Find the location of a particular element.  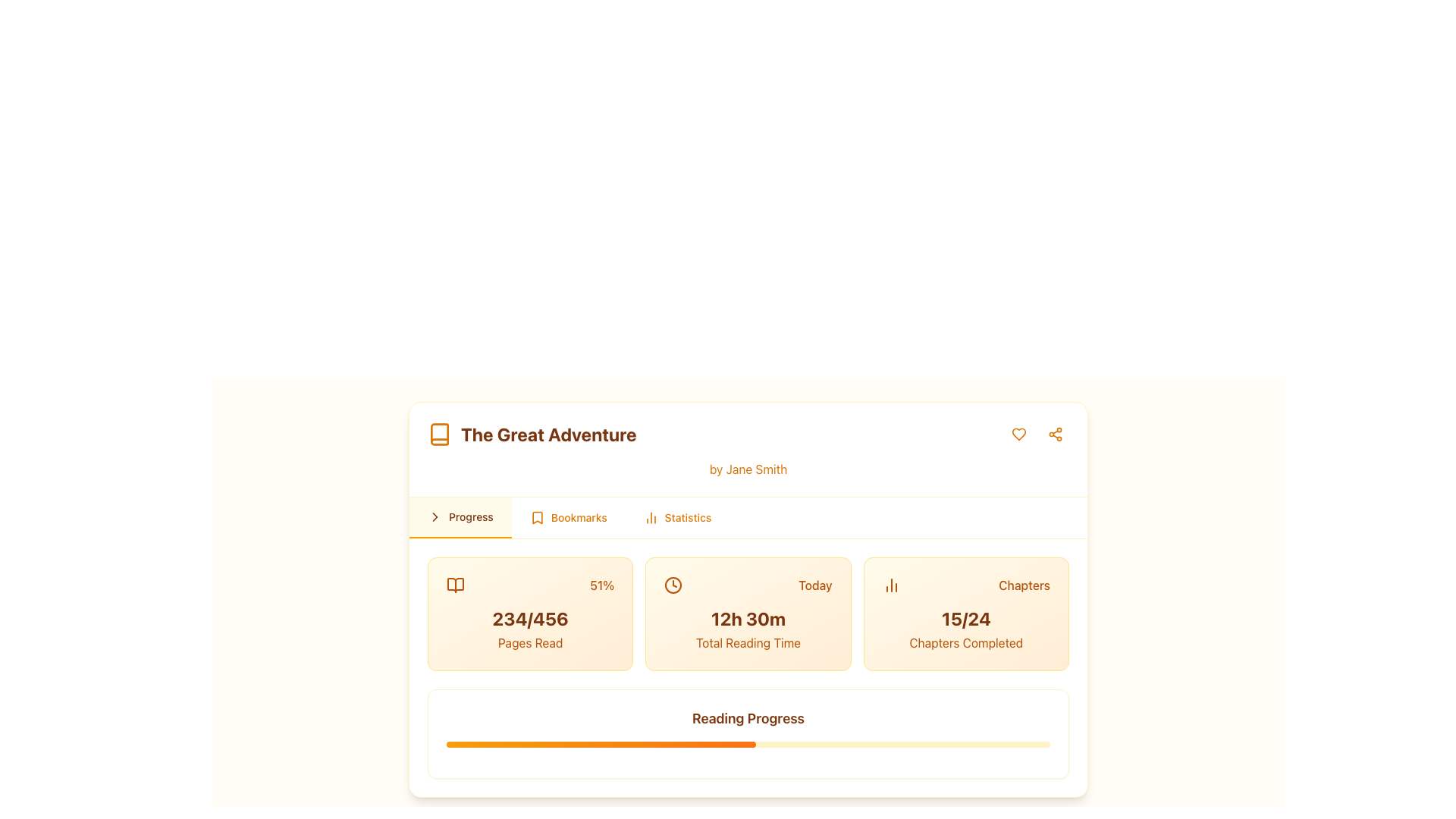

the small right-pointing chevron or arrow indicator located in the upper-right portion of the card displaying the book details is located at coordinates (435, 516).